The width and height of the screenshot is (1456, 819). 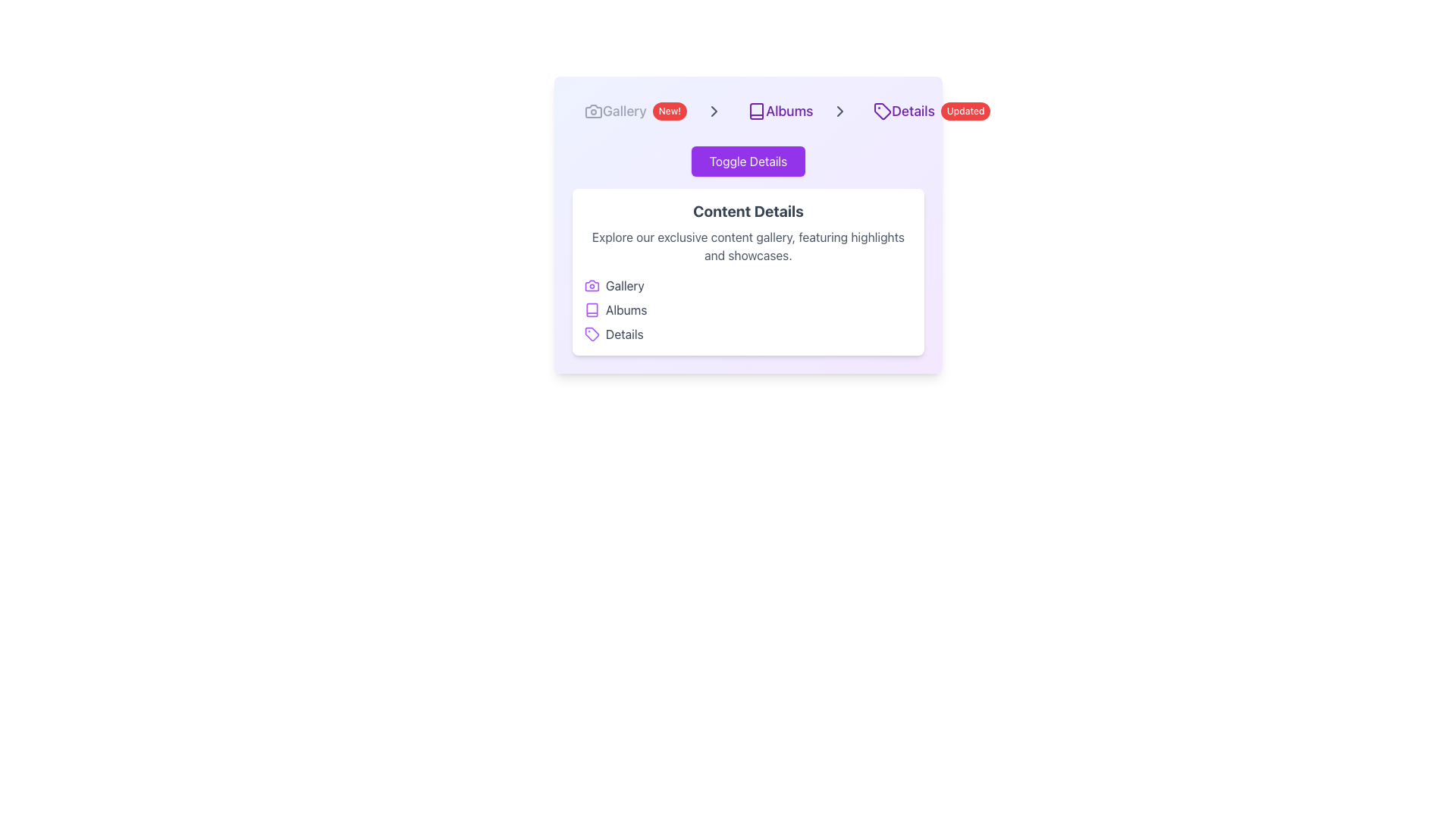 What do you see at coordinates (757, 110) in the screenshot?
I see `the book icon located to the left of the 'Albums' text link in the navigation bar` at bounding box center [757, 110].